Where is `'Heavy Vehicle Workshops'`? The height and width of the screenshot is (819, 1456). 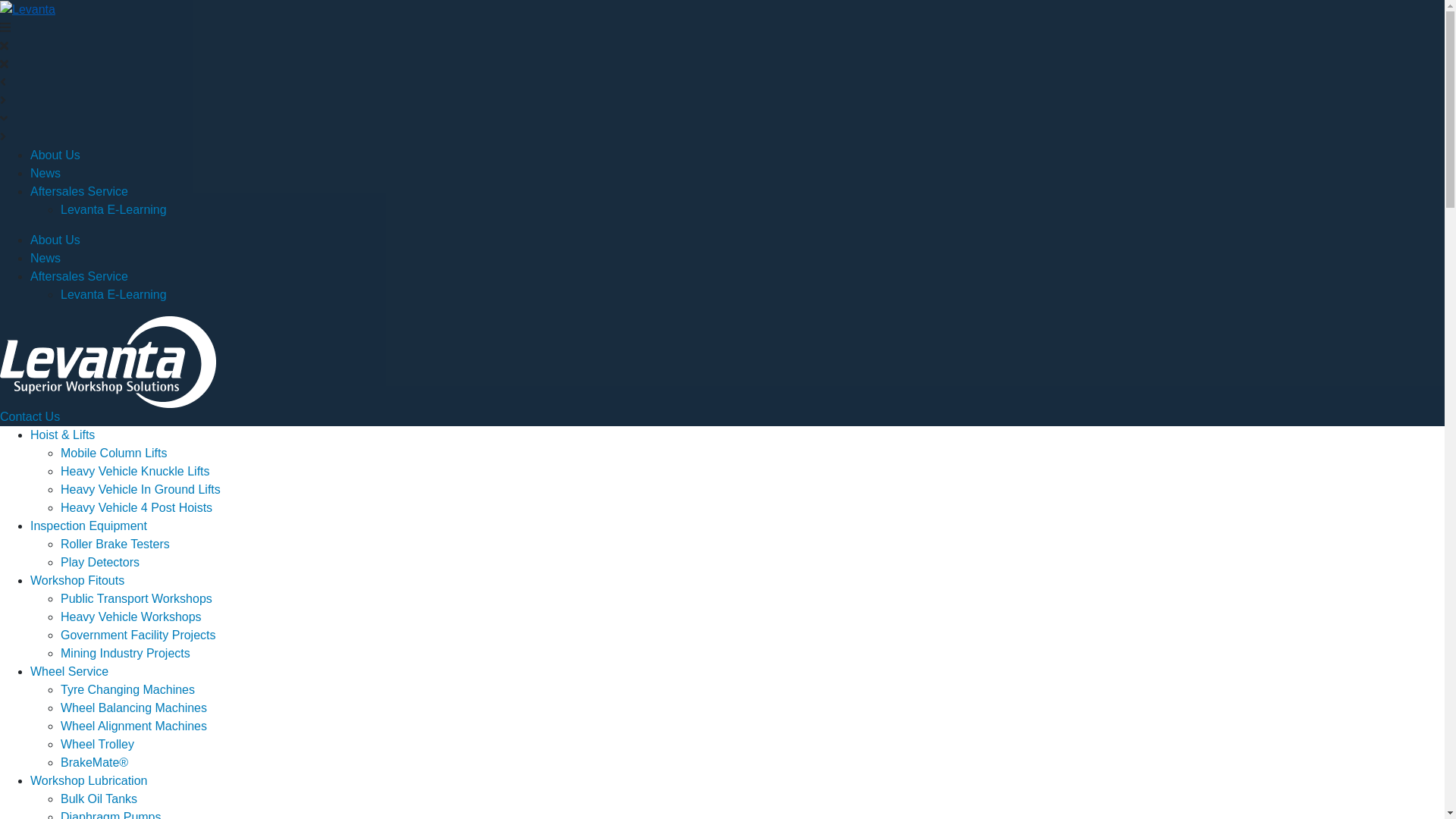 'Heavy Vehicle Workshops' is located at coordinates (130, 617).